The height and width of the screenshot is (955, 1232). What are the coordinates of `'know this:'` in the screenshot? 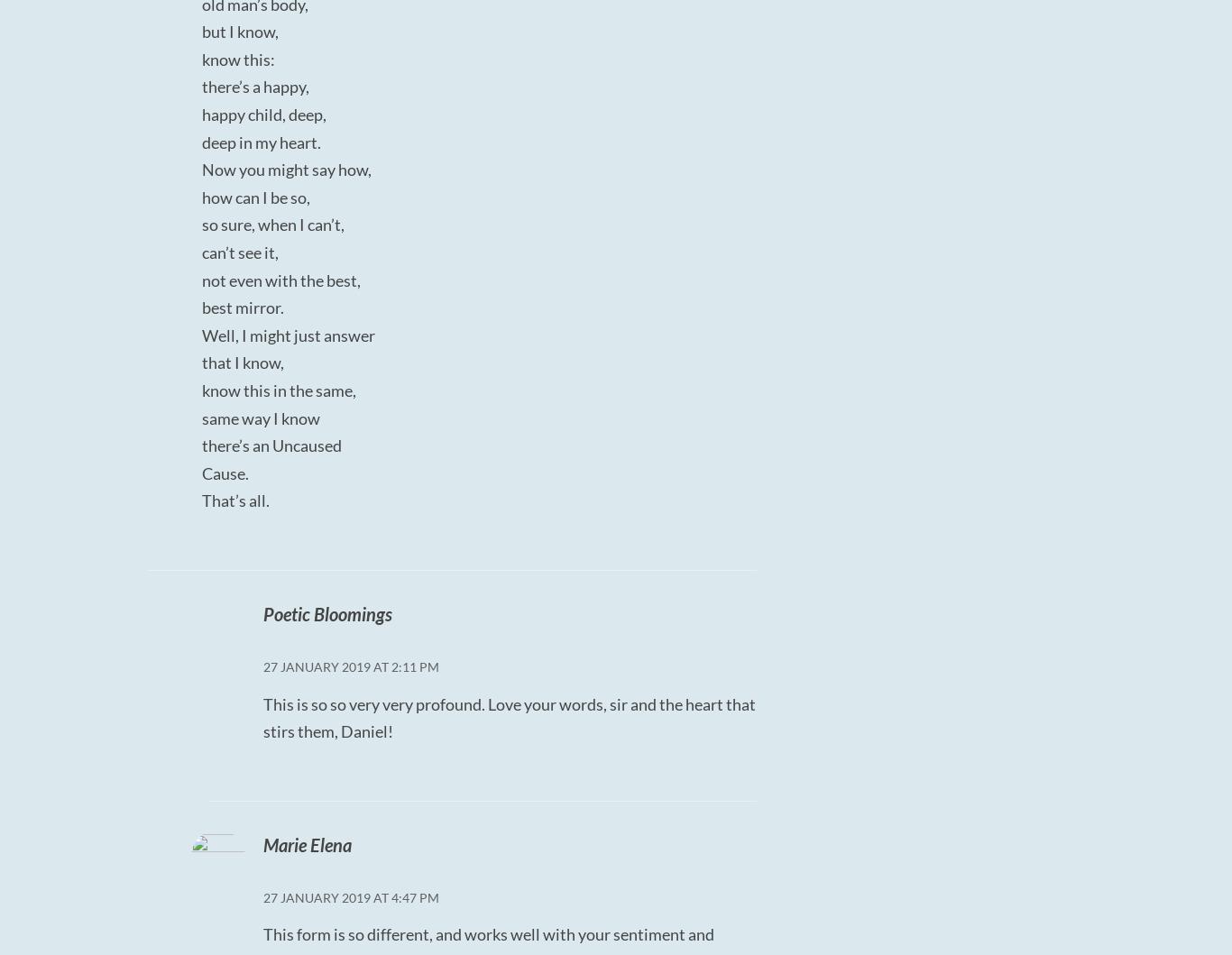 It's located at (238, 59).